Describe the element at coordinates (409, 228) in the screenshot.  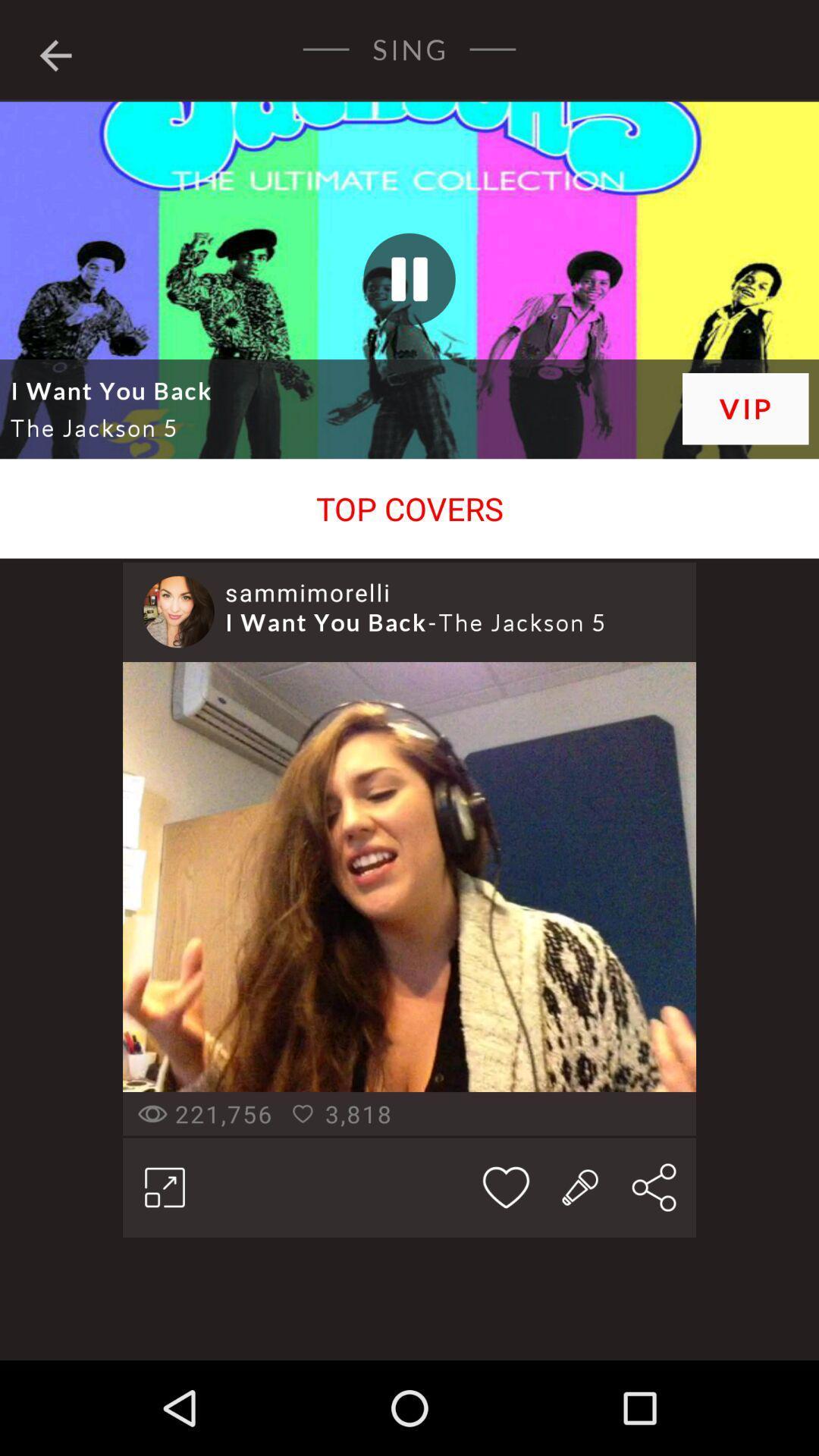
I see `the item above top covers icon` at that location.